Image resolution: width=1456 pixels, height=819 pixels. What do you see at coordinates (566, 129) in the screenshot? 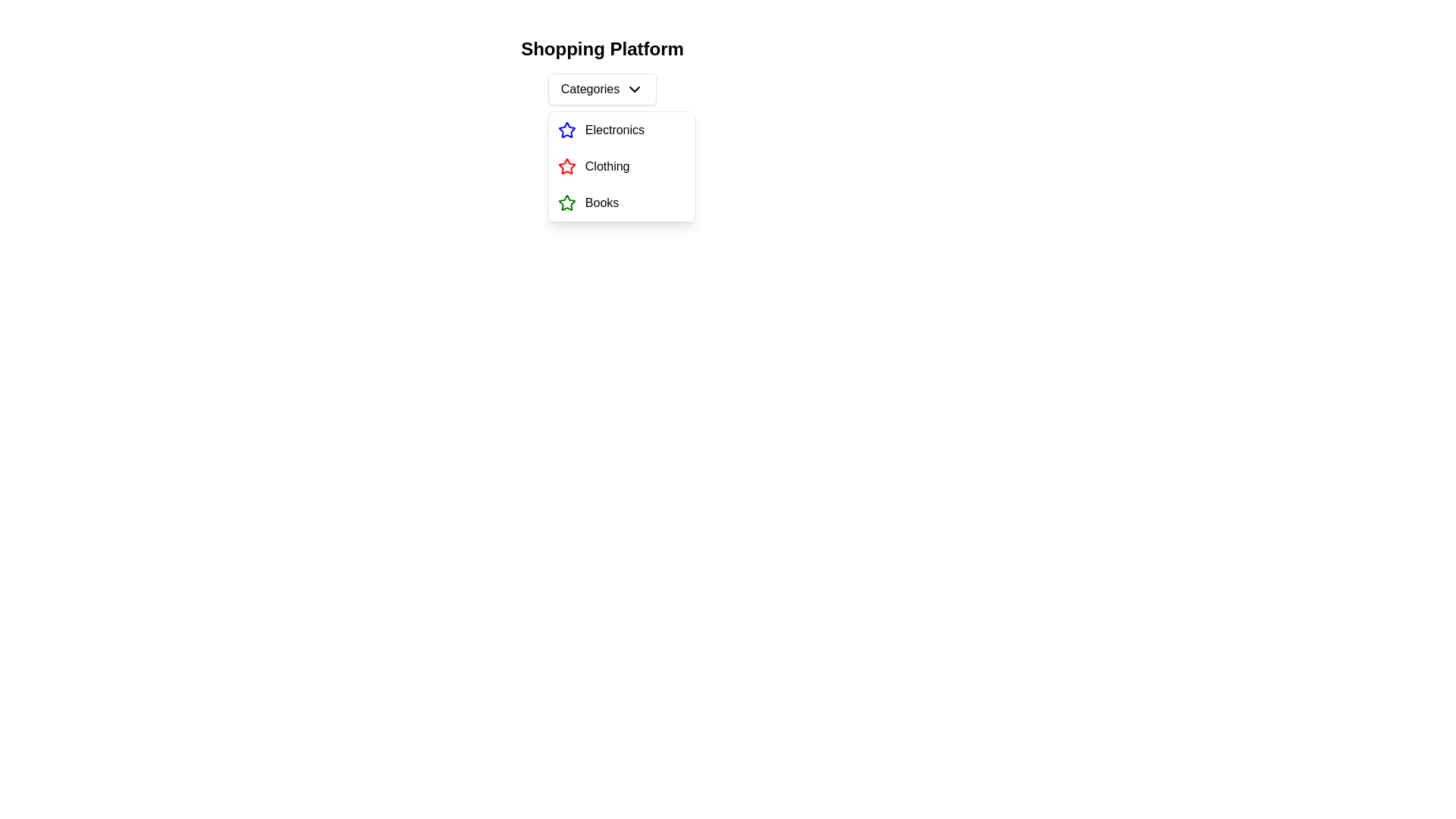
I see `the 'Electronics' category icon located in the second position of the dropdown menu under 'Categories'` at bounding box center [566, 129].